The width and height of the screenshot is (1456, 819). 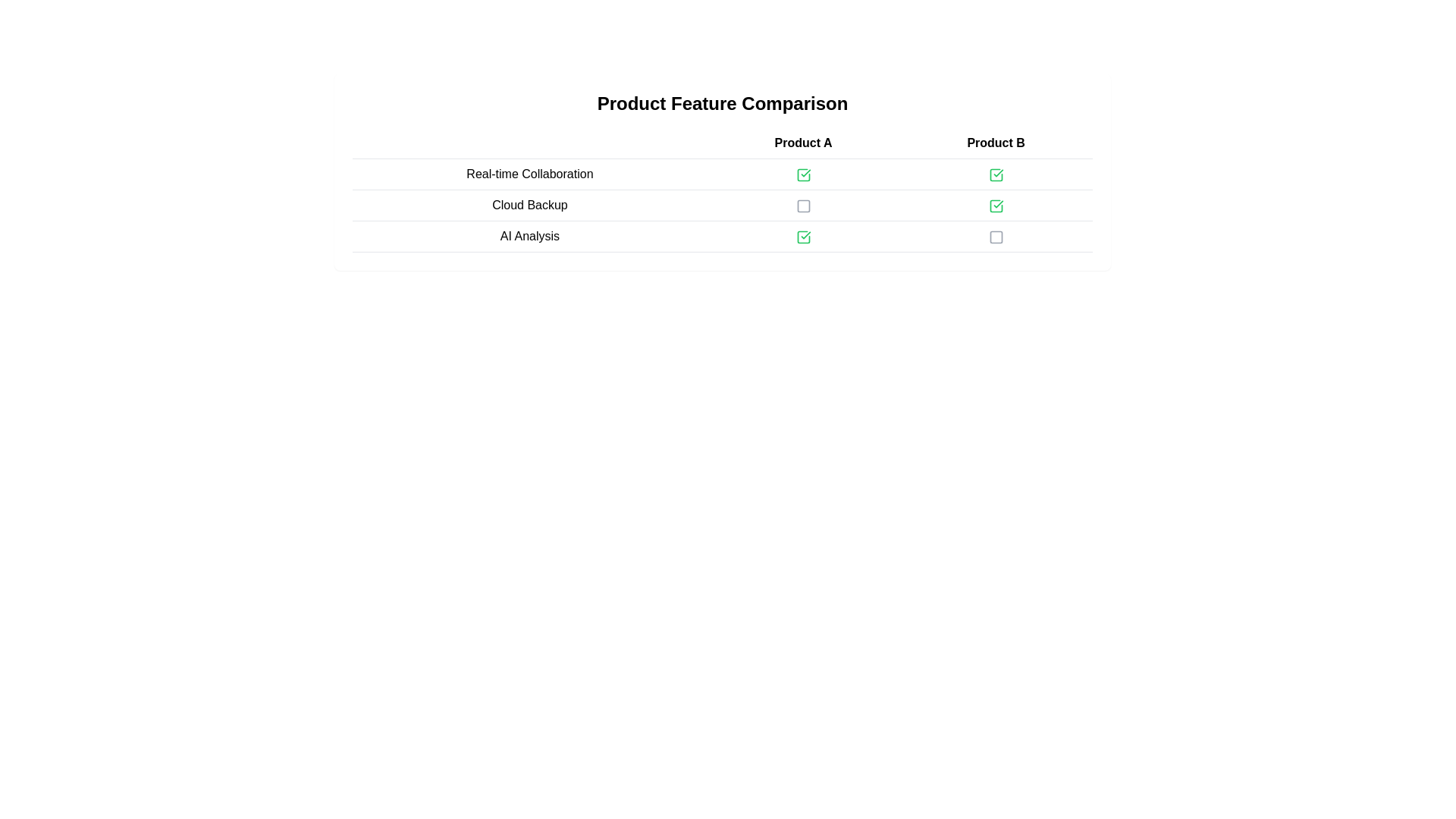 What do you see at coordinates (996, 205) in the screenshot?
I see `the green checkbox indicator with a checkmark that indicates an active selection state under the 'Cloud Backup' feature row and within the 'Product B' column of the comparison table` at bounding box center [996, 205].